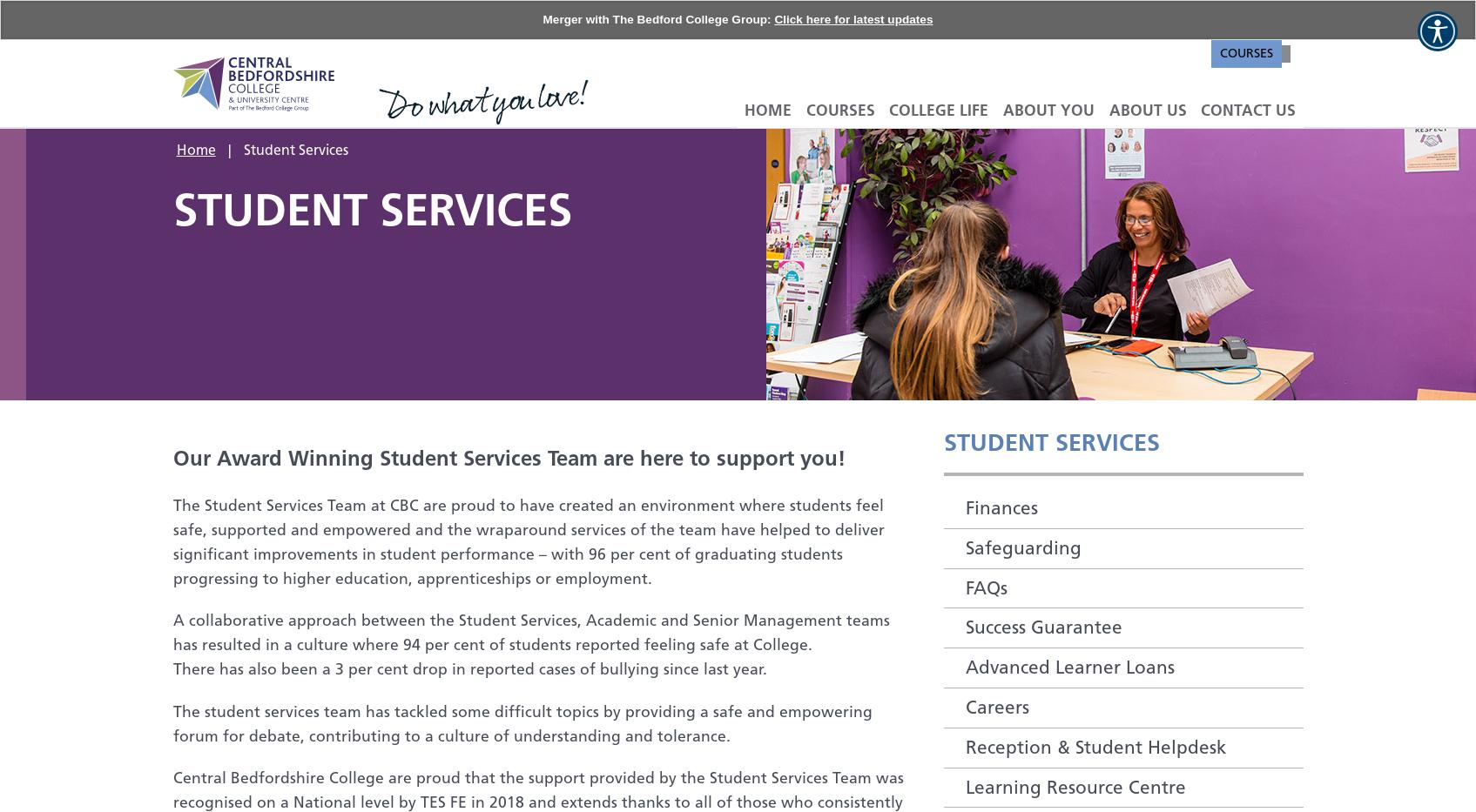 The image size is (1476, 812). What do you see at coordinates (521, 721) in the screenshot?
I see `'The student services team has tackled some difficult topics by providing a safe and empowering forum for debate, contributing to a culture of understanding and tolerance.'` at bounding box center [521, 721].